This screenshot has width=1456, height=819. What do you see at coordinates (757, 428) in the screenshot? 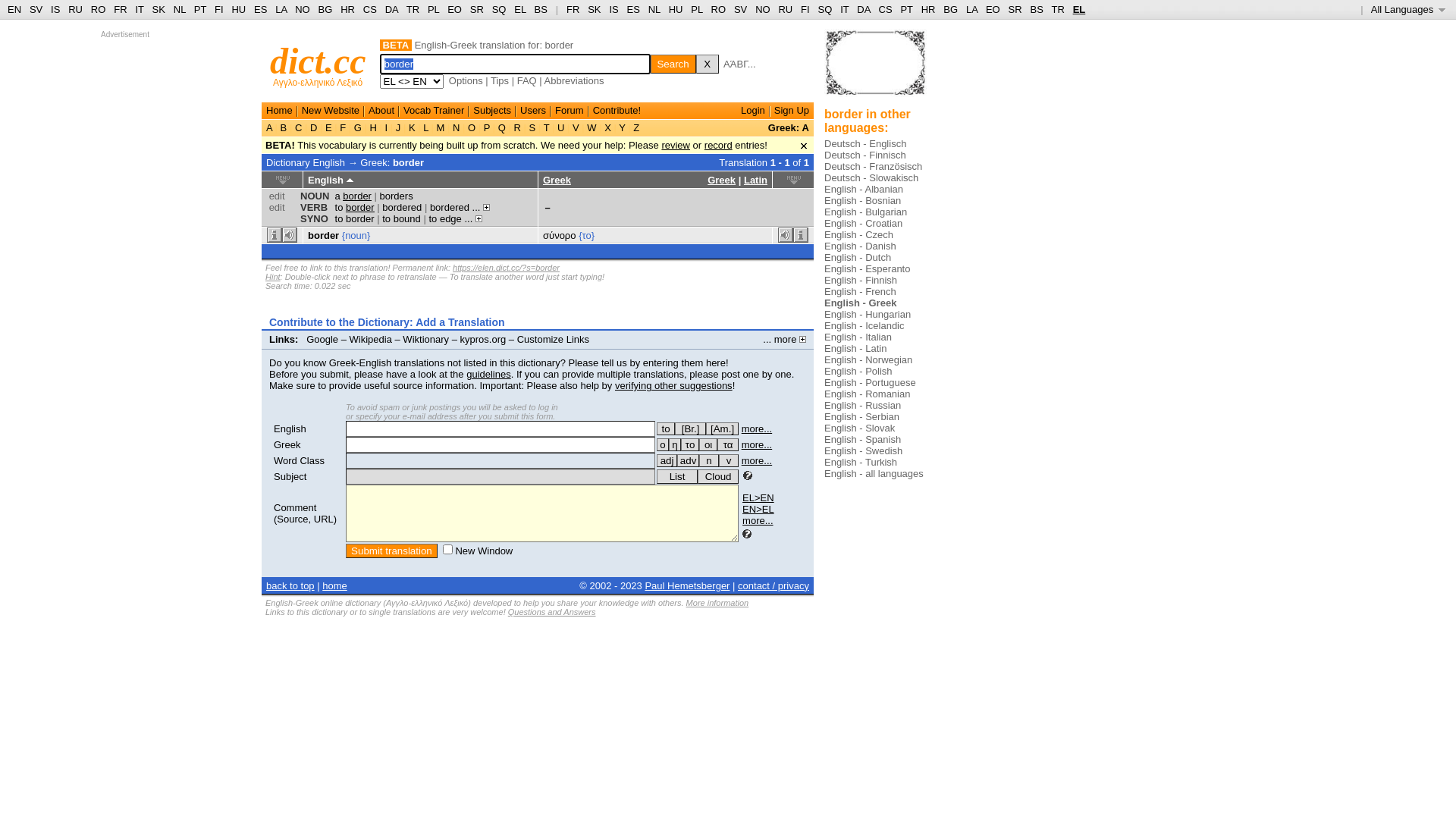
I see `'more...'` at bounding box center [757, 428].